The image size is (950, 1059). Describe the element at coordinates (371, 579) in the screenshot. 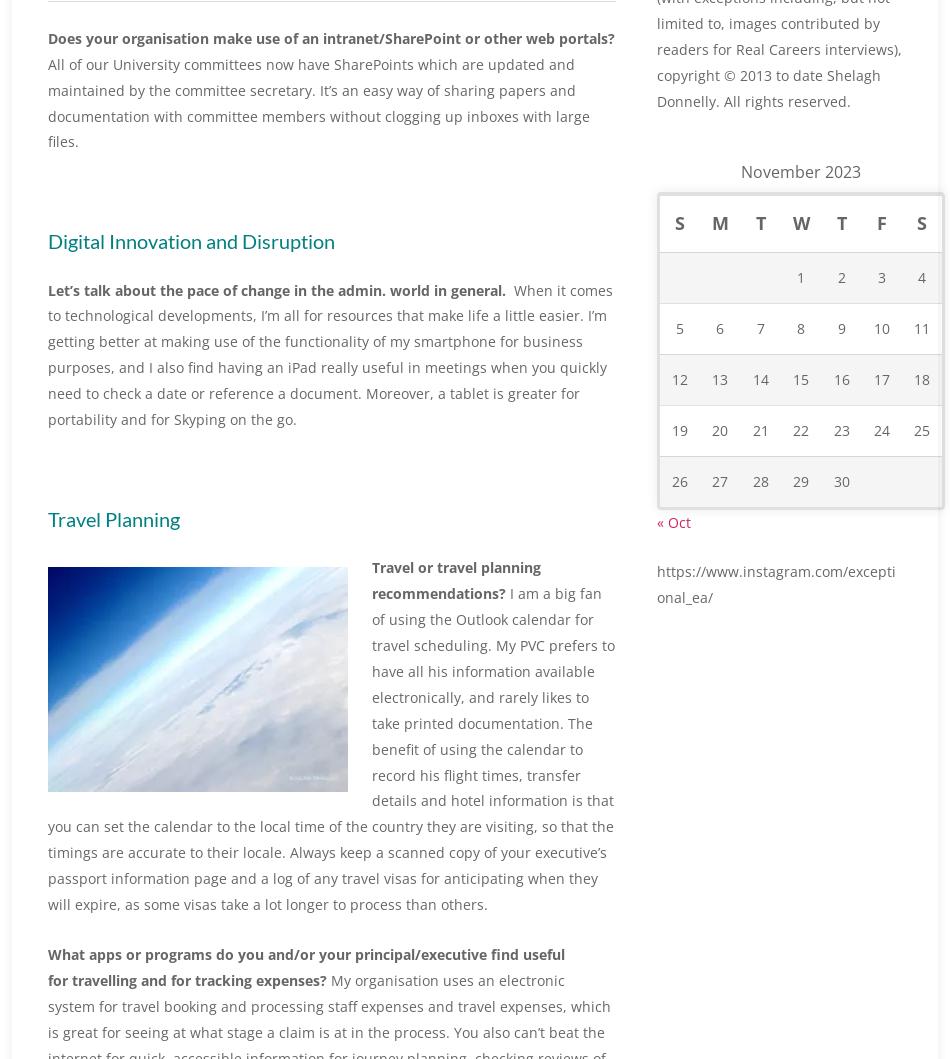

I see `'Travel or travel planning recommendations?'` at that location.